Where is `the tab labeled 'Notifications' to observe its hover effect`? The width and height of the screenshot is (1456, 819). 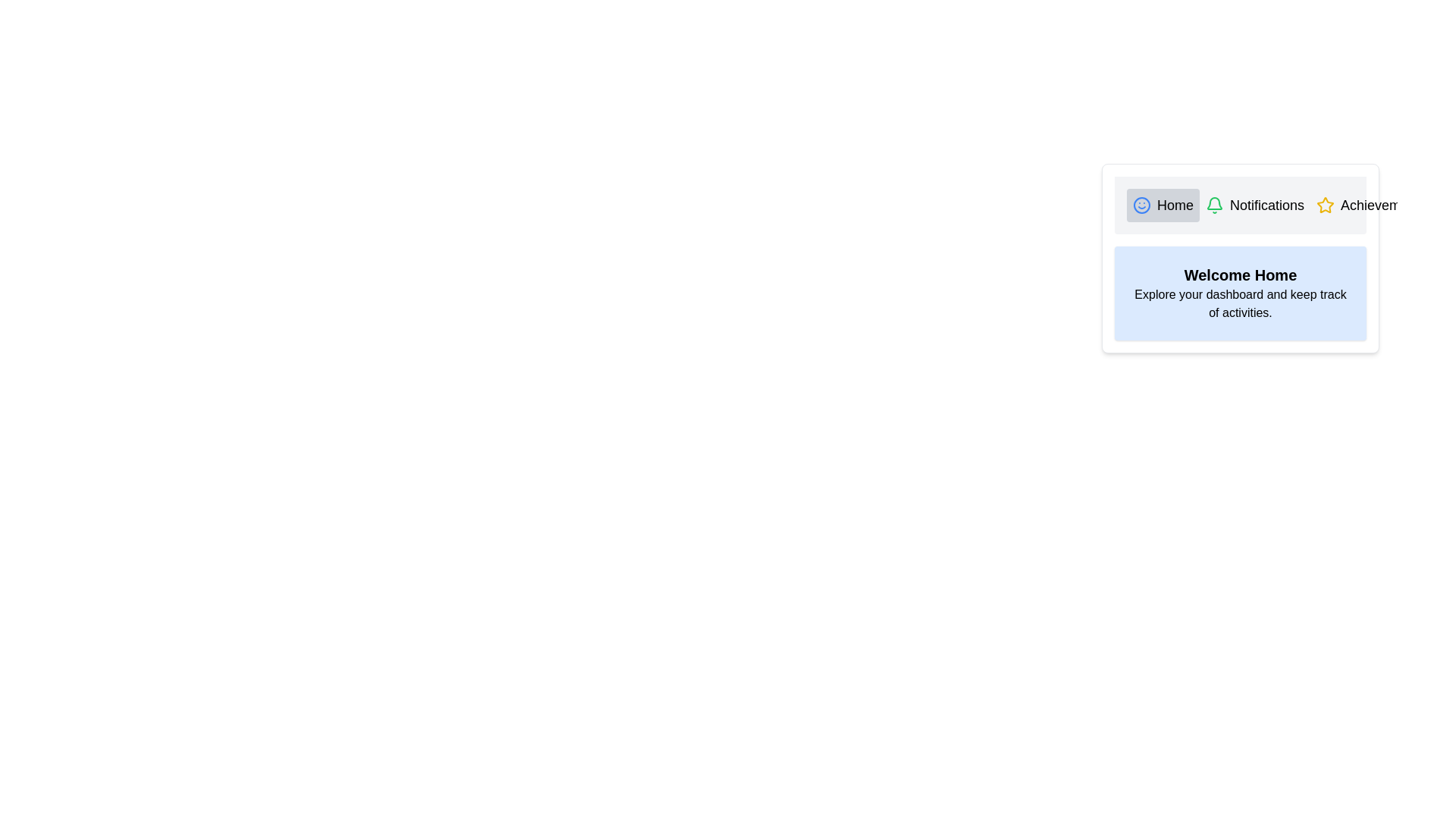
the tab labeled 'Notifications' to observe its hover effect is located at coordinates (1255, 205).